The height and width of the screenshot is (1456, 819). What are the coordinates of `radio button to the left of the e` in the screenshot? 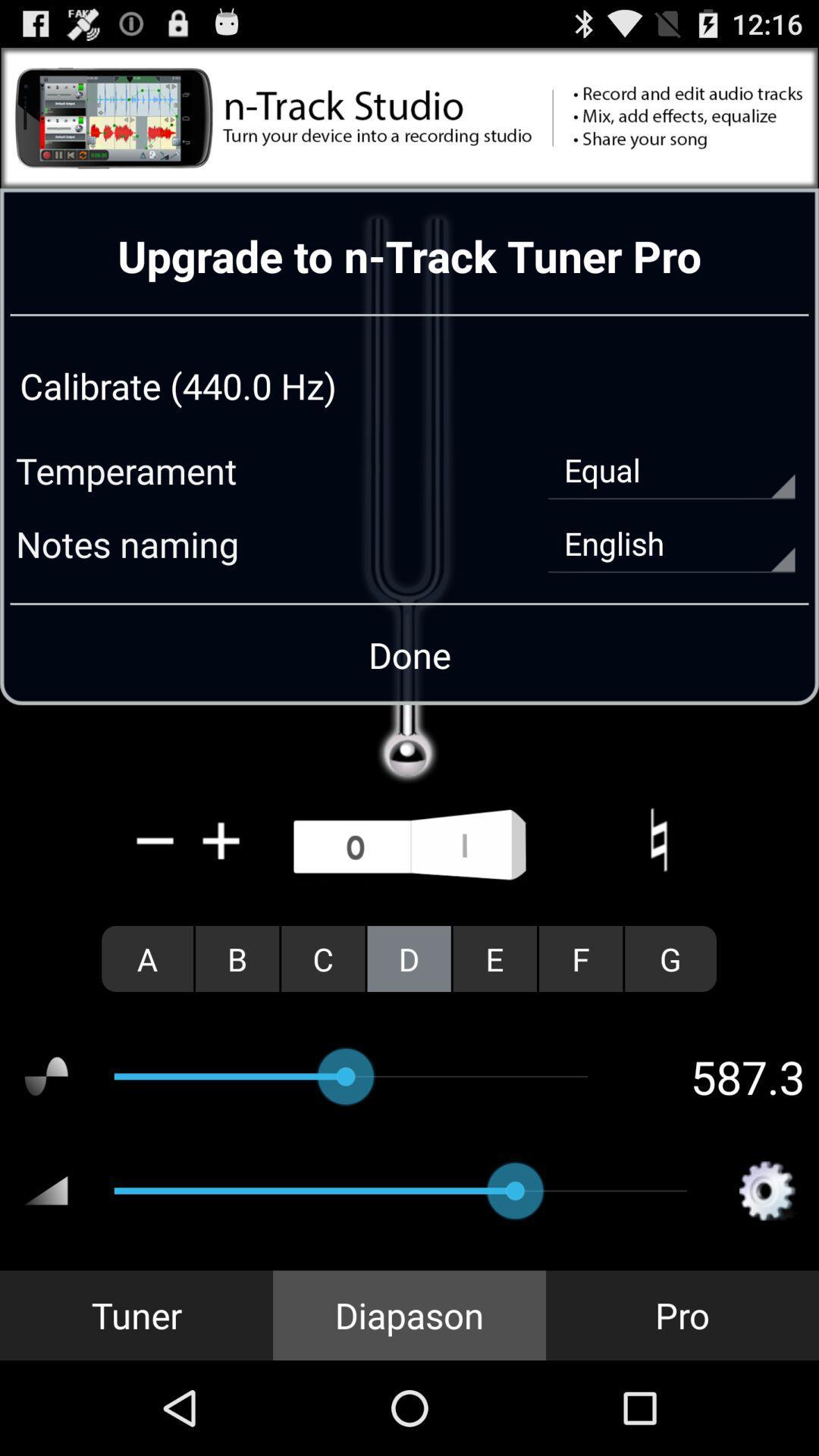 It's located at (408, 958).